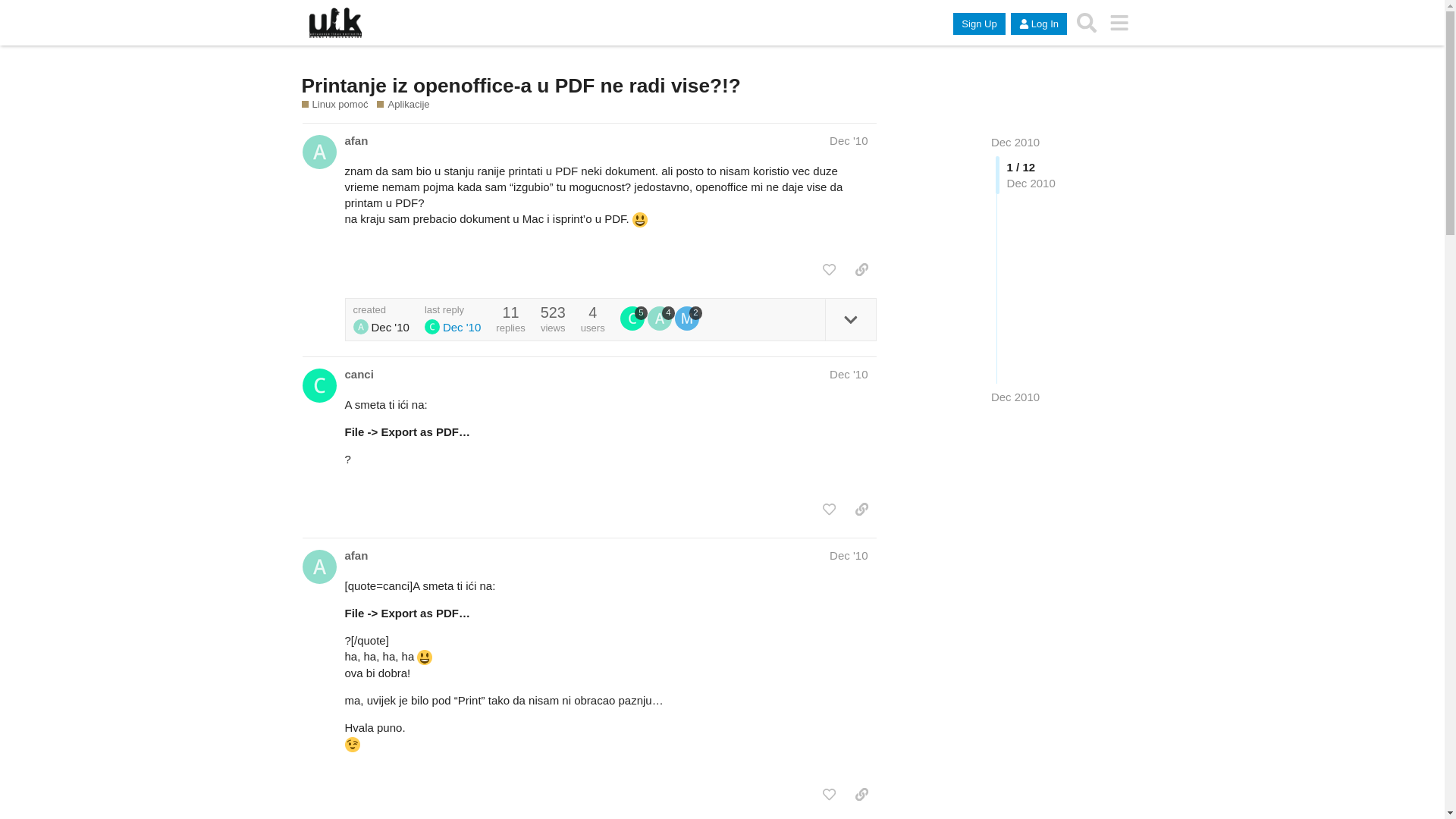  What do you see at coordinates (355, 140) in the screenshot?
I see `'afan'` at bounding box center [355, 140].